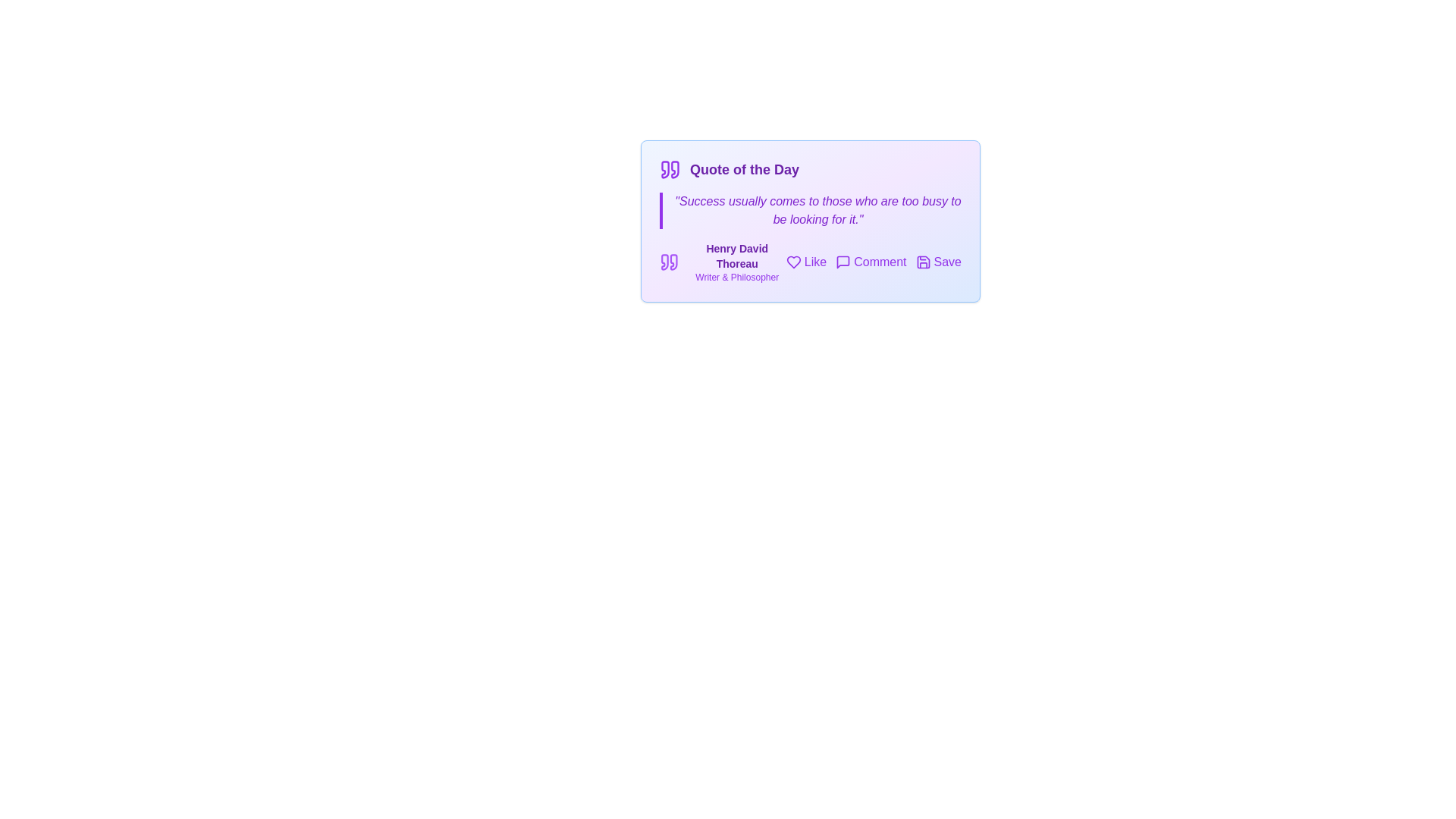  Describe the element at coordinates (946, 262) in the screenshot. I see `the 'Save' button with purple text located in the bottom-right corner of the card section, adjacent to the 'Comment' and 'Like' buttons` at that location.